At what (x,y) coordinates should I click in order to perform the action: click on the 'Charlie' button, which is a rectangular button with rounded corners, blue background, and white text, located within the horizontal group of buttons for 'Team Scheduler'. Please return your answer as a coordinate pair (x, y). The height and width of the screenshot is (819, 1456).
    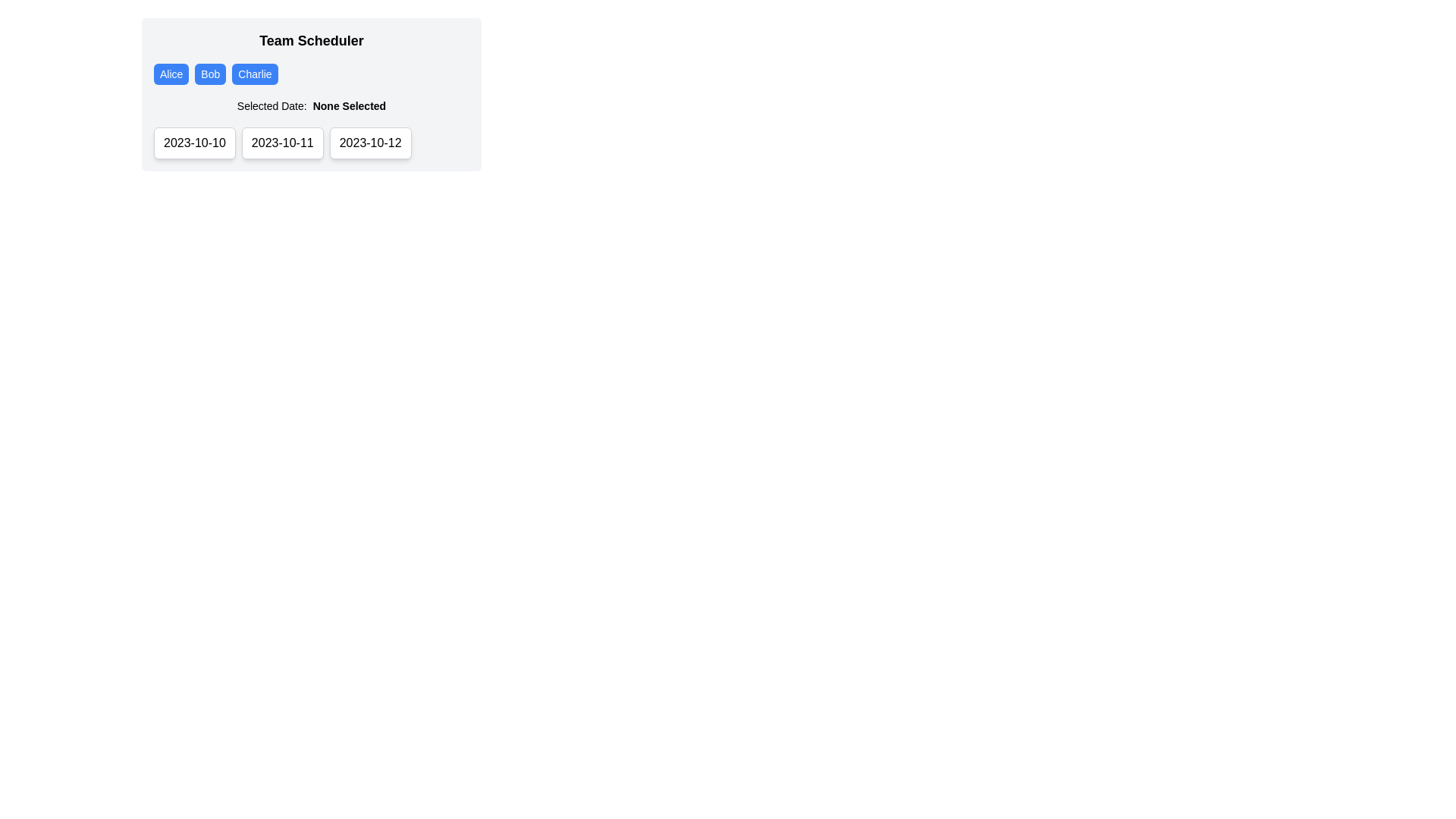
    Looking at the image, I should click on (255, 74).